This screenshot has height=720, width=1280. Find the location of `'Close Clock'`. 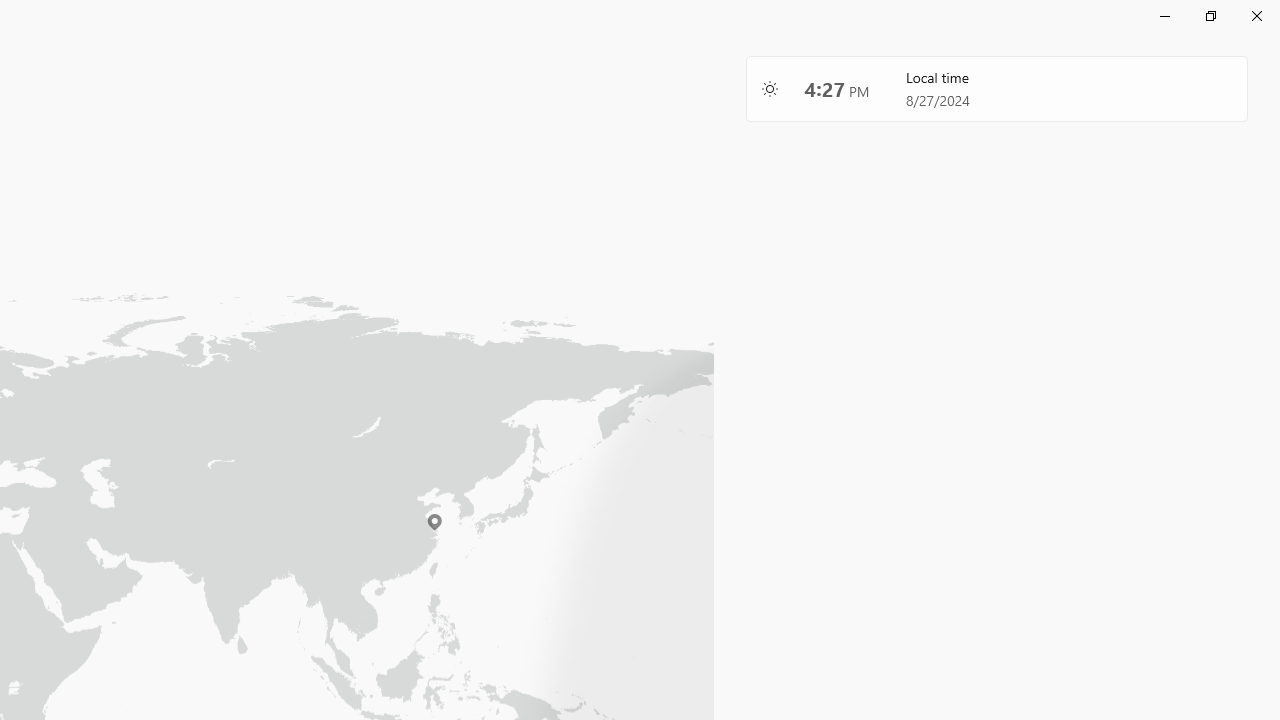

'Close Clock' is located at coordinates (1255, 15).